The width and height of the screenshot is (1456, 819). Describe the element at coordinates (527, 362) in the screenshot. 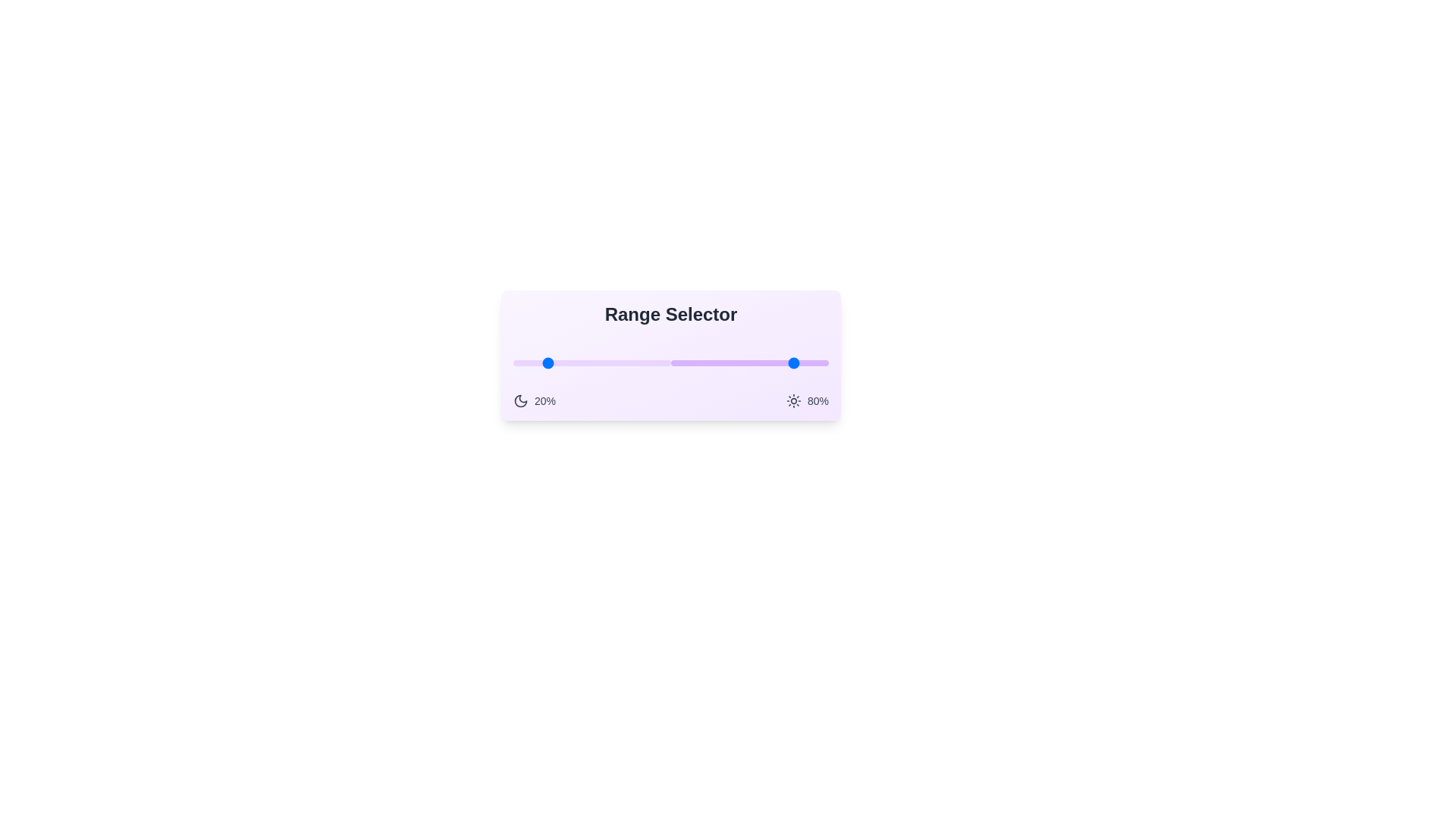

I see `the lower bound of the range to 9% by dragging the left slider` at that location.